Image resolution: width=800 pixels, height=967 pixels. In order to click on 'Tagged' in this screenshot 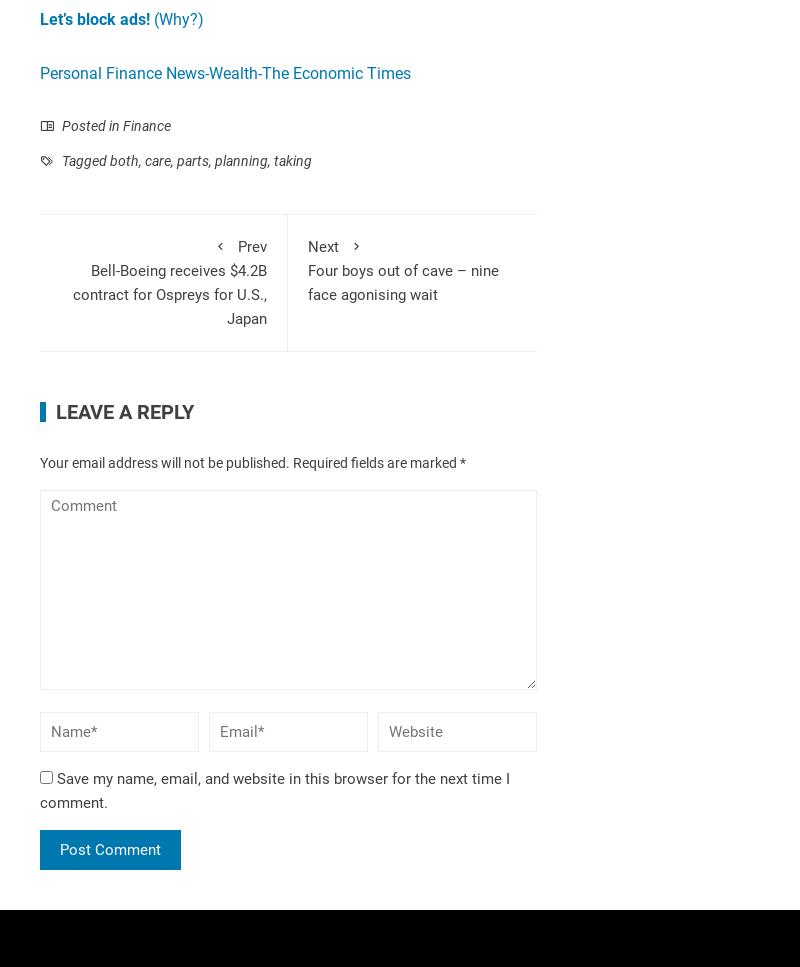, I will do `click(84, 160)`.